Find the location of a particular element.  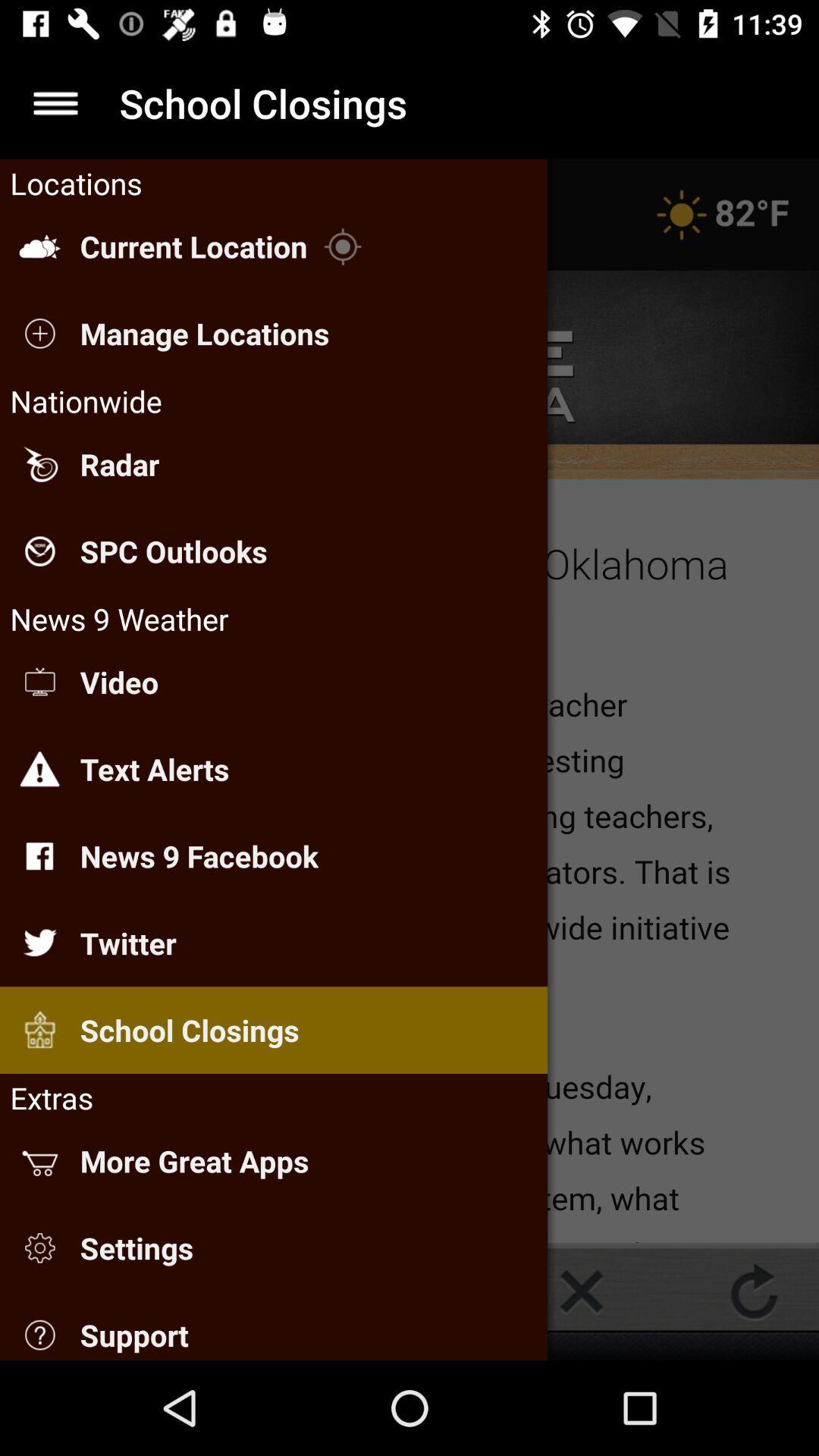

the menu icon is located at coordinates (55, 102).